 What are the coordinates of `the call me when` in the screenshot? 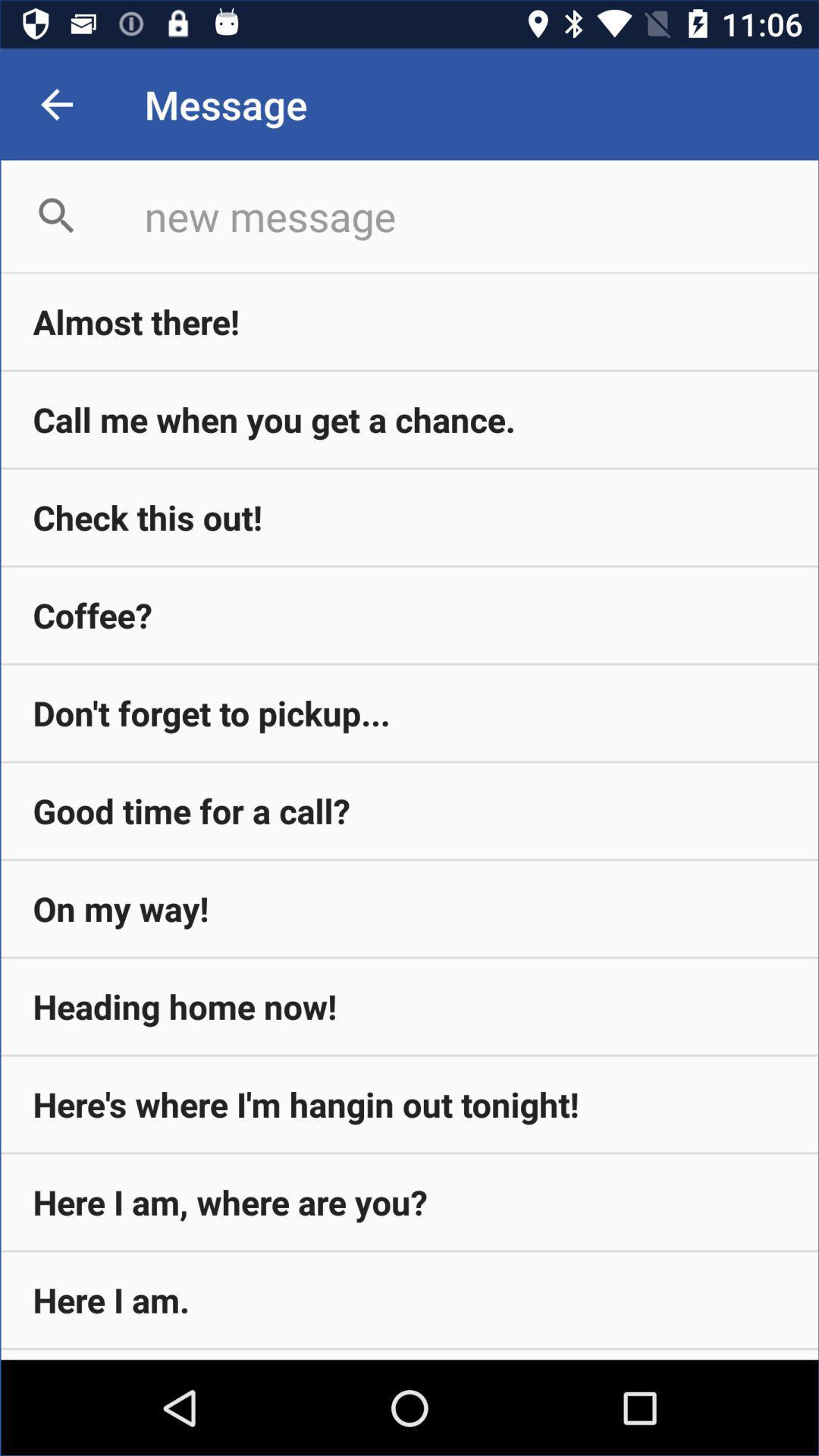 It's located at (409, 419).